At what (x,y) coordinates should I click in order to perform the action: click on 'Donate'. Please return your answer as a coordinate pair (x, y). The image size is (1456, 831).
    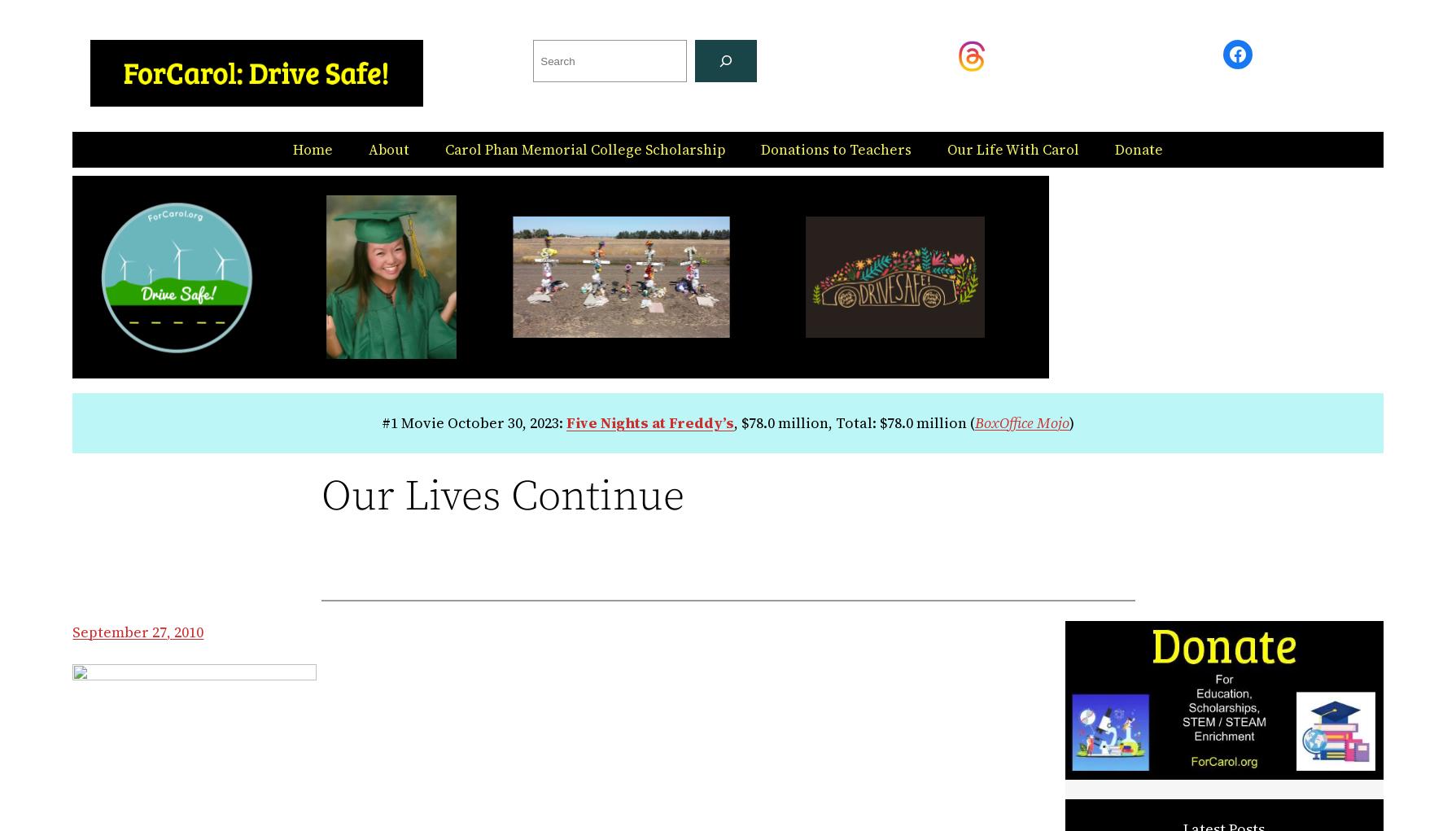
    Looking at the image, I should click on (1139, 147).